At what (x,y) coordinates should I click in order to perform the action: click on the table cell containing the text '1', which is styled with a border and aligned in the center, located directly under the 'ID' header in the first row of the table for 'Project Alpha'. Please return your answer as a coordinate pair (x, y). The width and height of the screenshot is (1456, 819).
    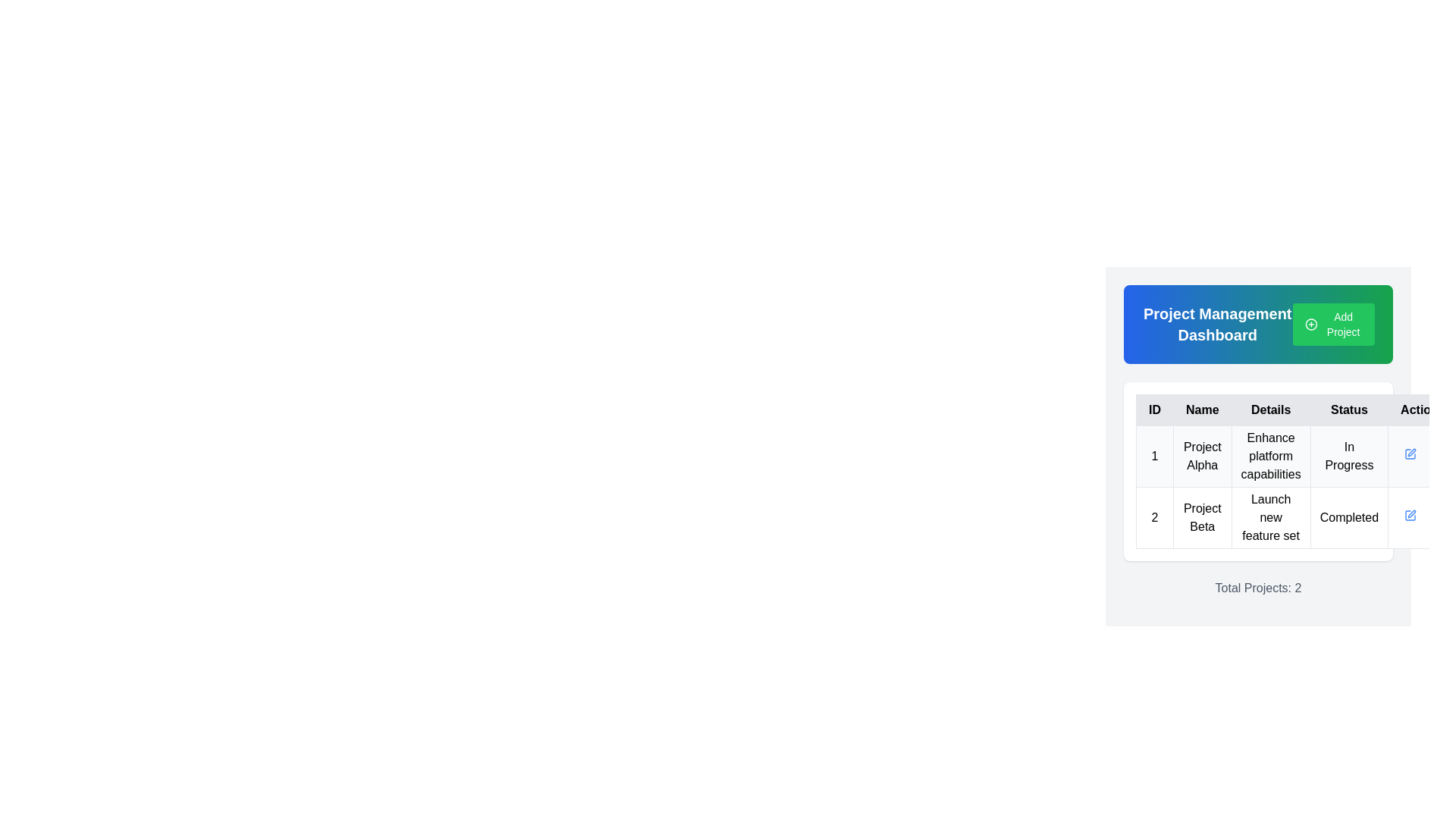
    Looking at the image, I should click on (1153, 455).